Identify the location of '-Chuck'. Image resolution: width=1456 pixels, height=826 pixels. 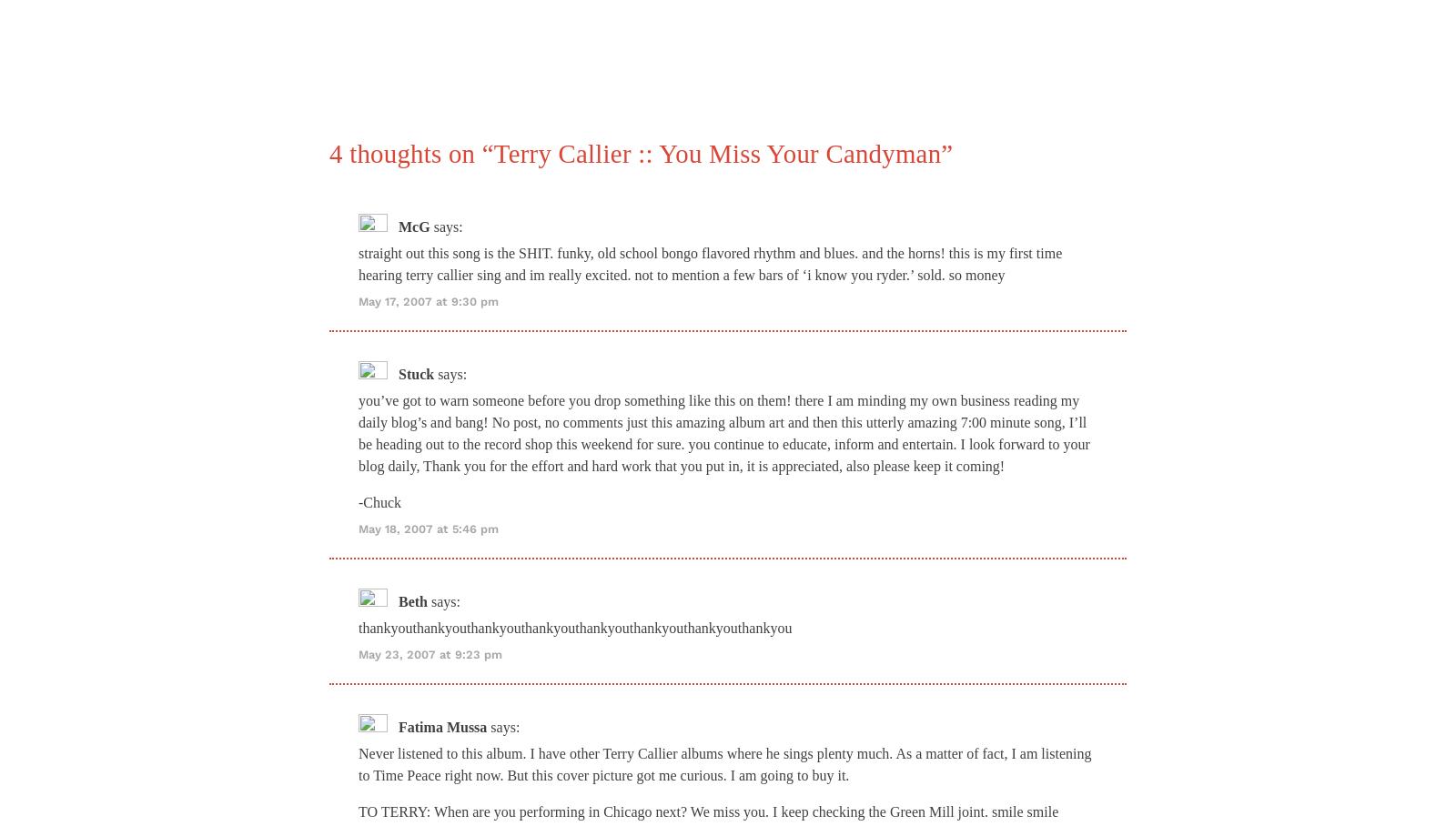
(379, 500).